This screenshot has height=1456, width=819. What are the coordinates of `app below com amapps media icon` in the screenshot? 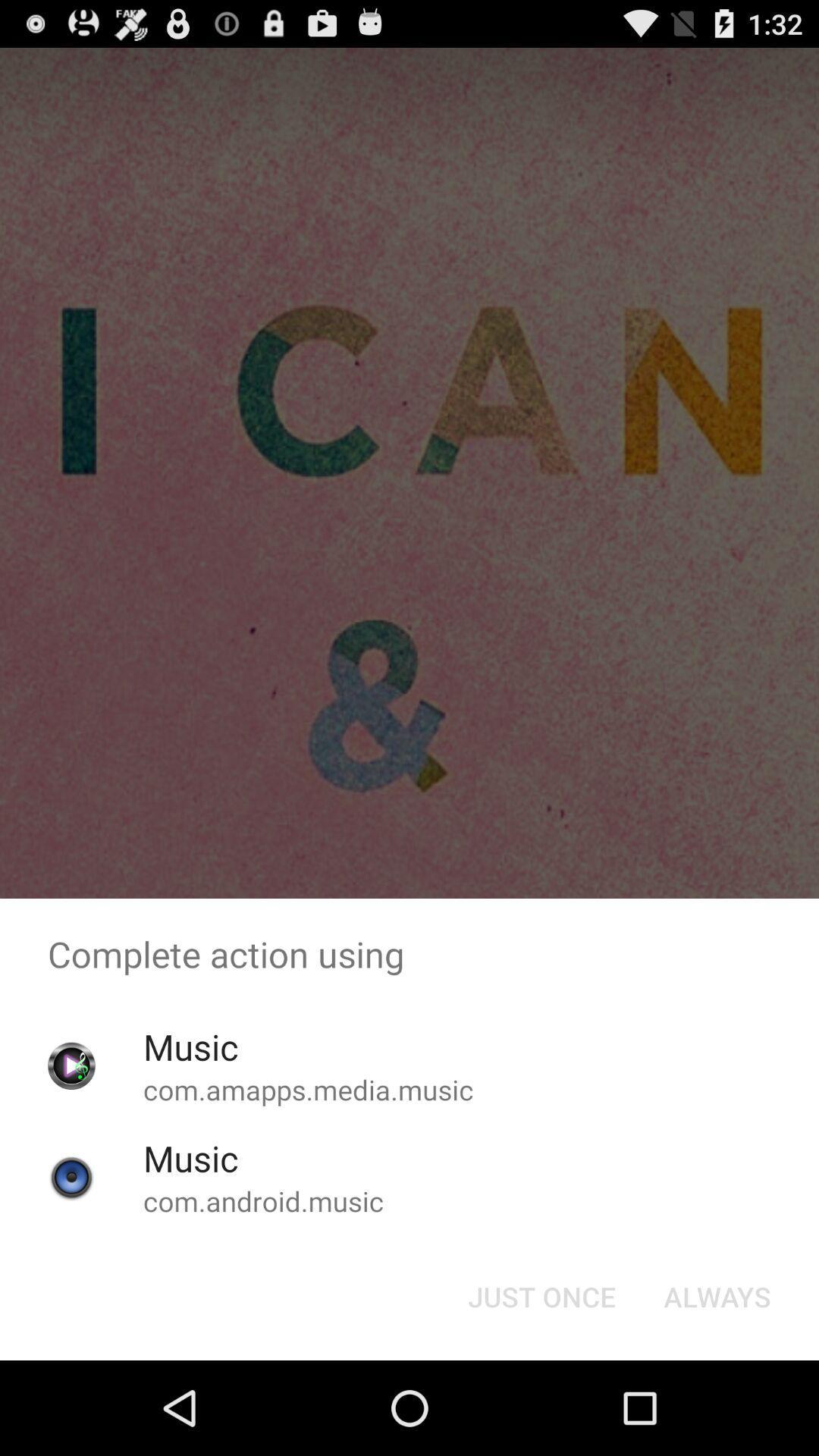 It's located at (541, 1295).